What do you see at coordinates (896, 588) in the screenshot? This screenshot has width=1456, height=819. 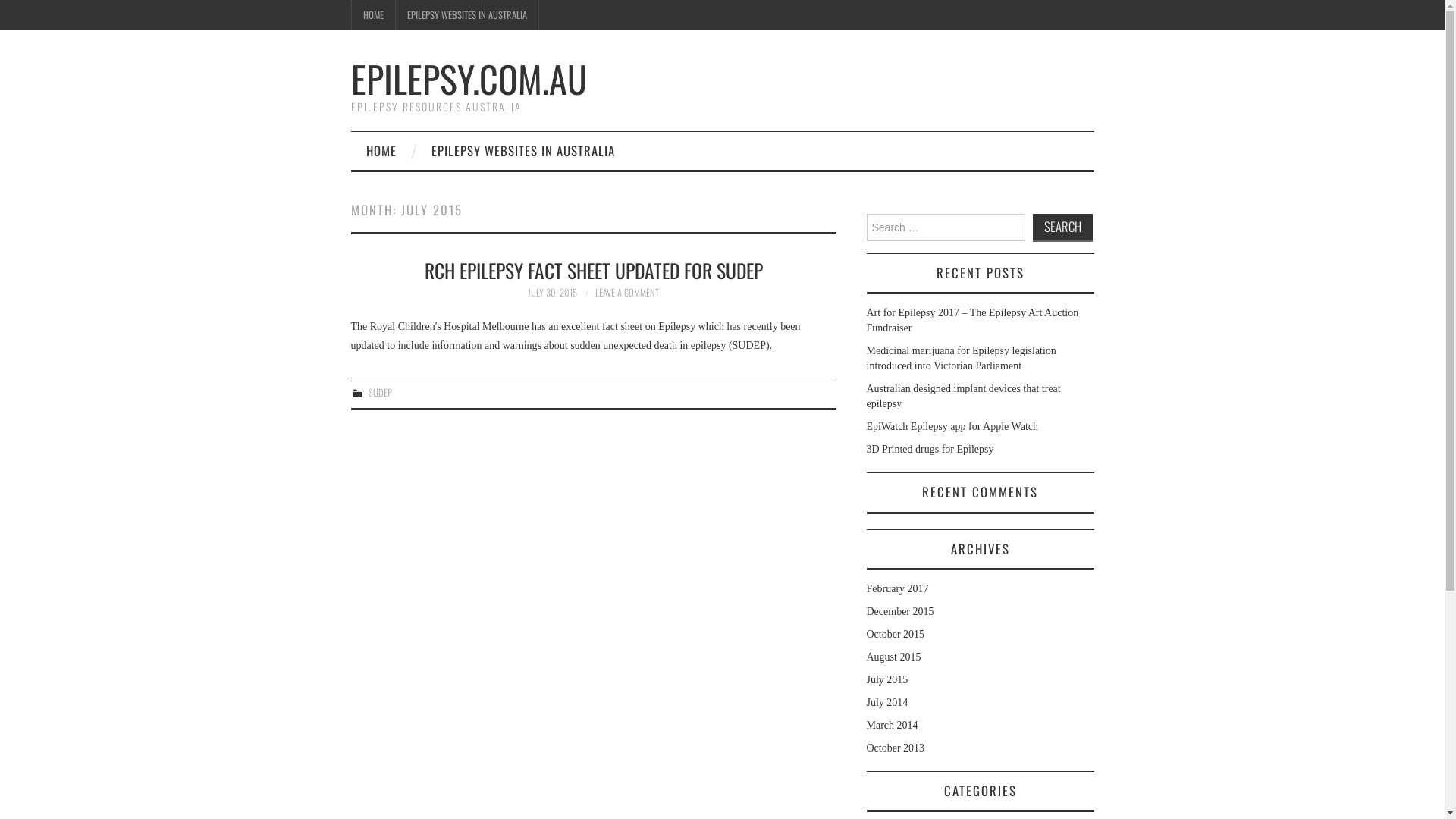 I see `'February 2017'` at bounding box center [896, 588].